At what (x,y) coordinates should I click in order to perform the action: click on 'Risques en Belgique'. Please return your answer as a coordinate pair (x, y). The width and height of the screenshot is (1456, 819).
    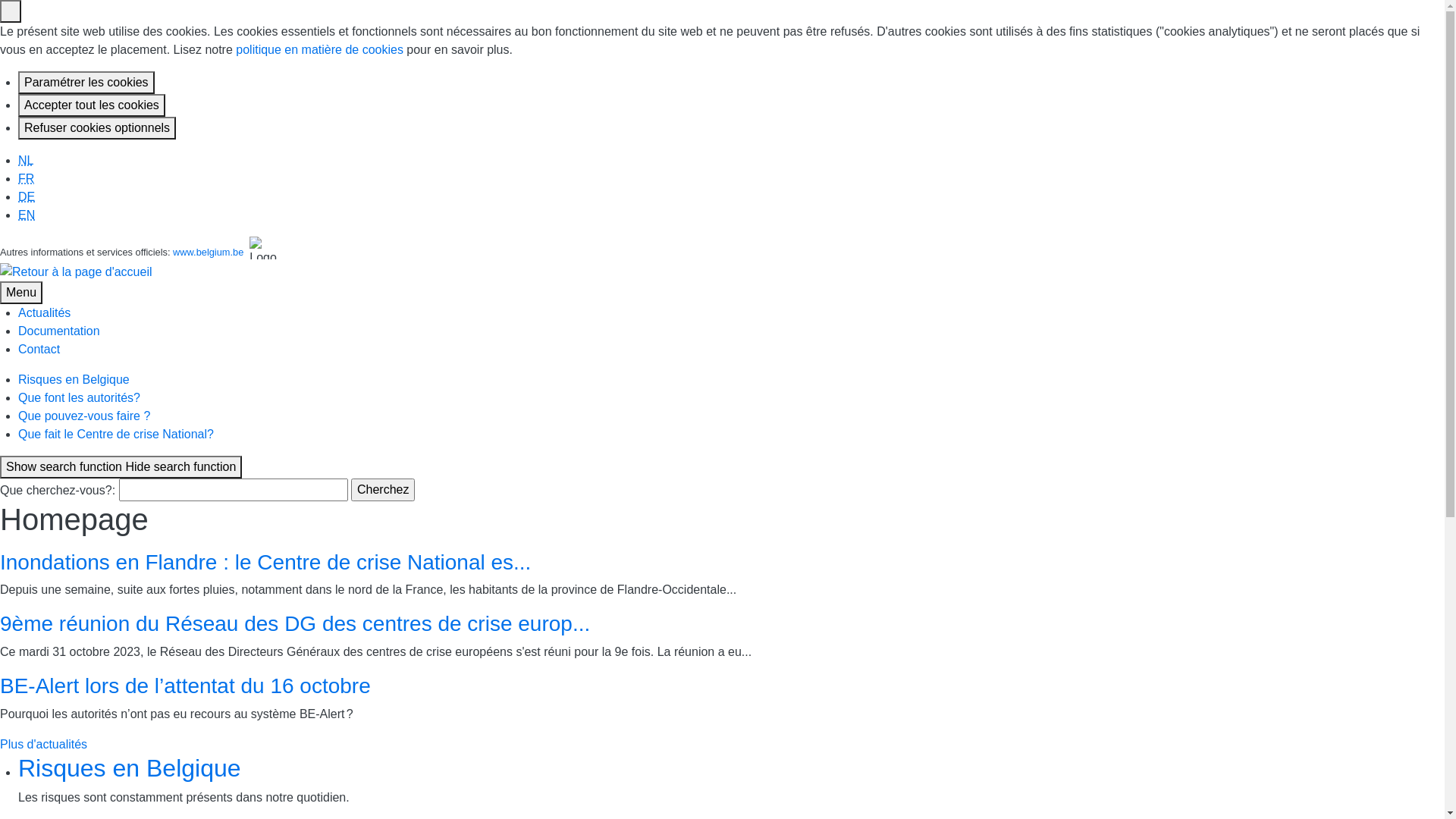
    Looking at the image, I should click on (130, 768).